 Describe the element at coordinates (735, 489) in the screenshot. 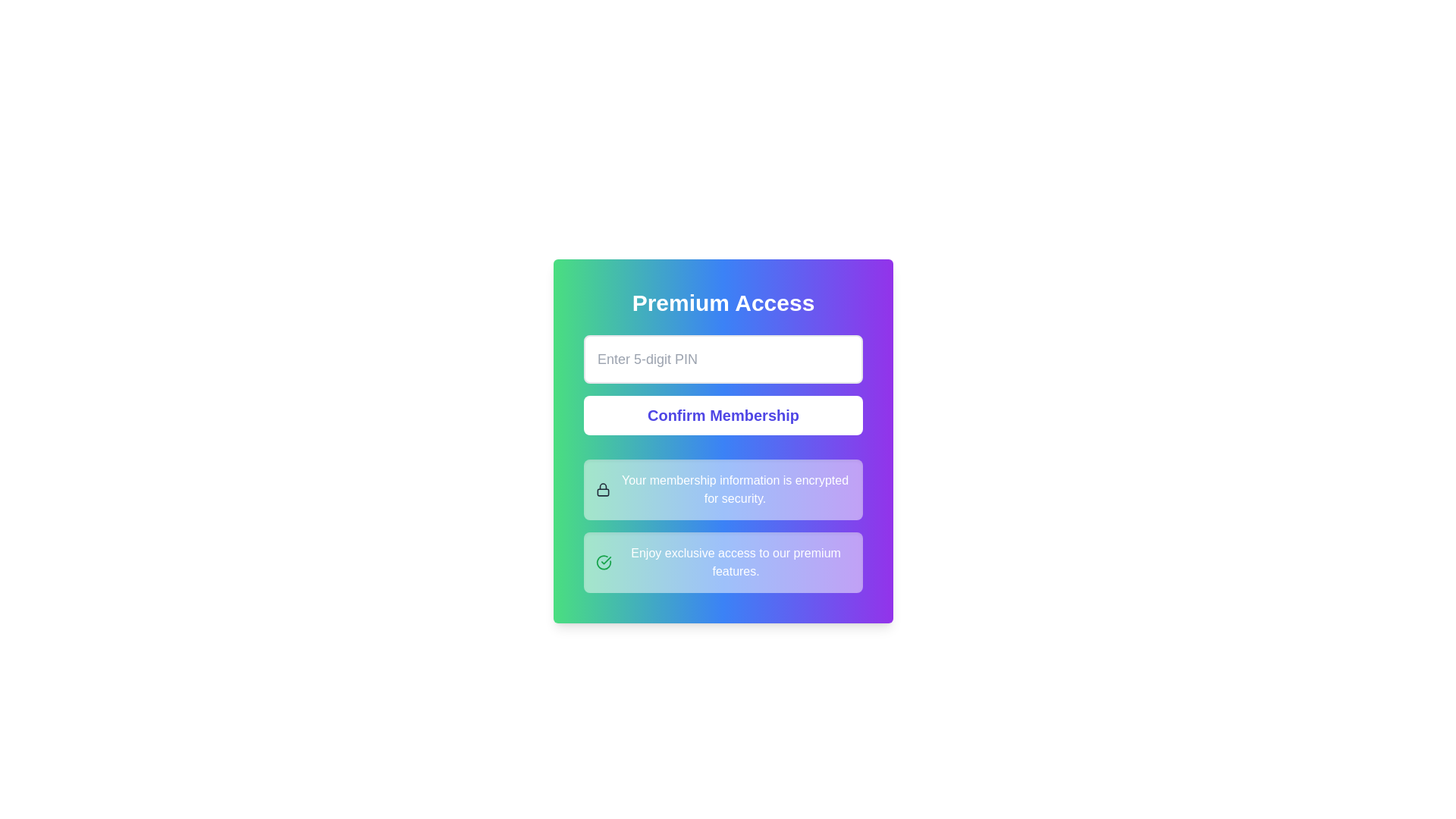

I see `the text label displaying 'Your membership information is encrypted for security.' which is styled with white text on a gradient background and positioned to the right of a lock icon` at that location.